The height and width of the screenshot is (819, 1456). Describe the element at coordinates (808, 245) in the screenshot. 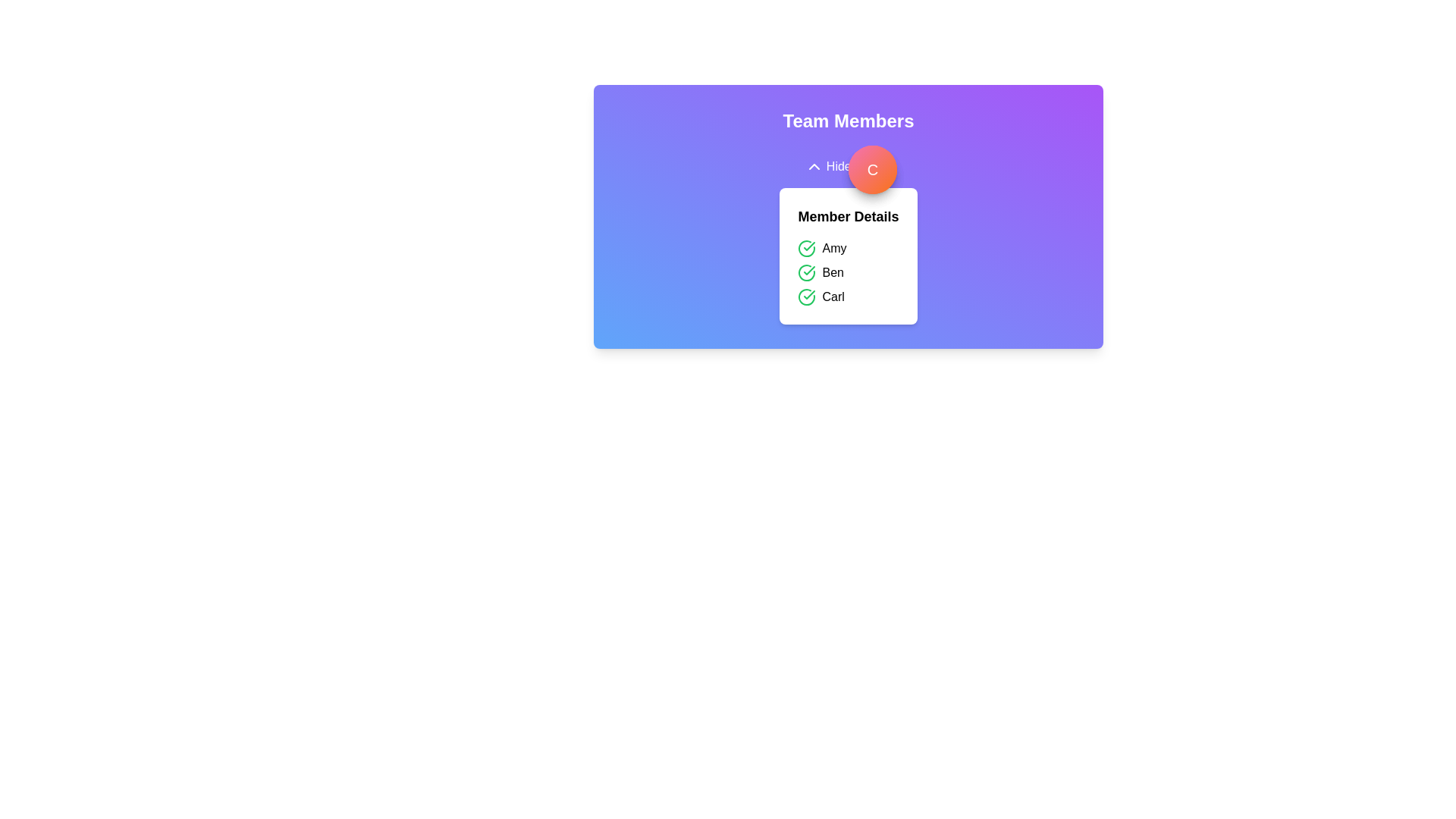

I see `the decorative icon indicating the completion or validation of member 'Ben' in the Member Details list` at that location.